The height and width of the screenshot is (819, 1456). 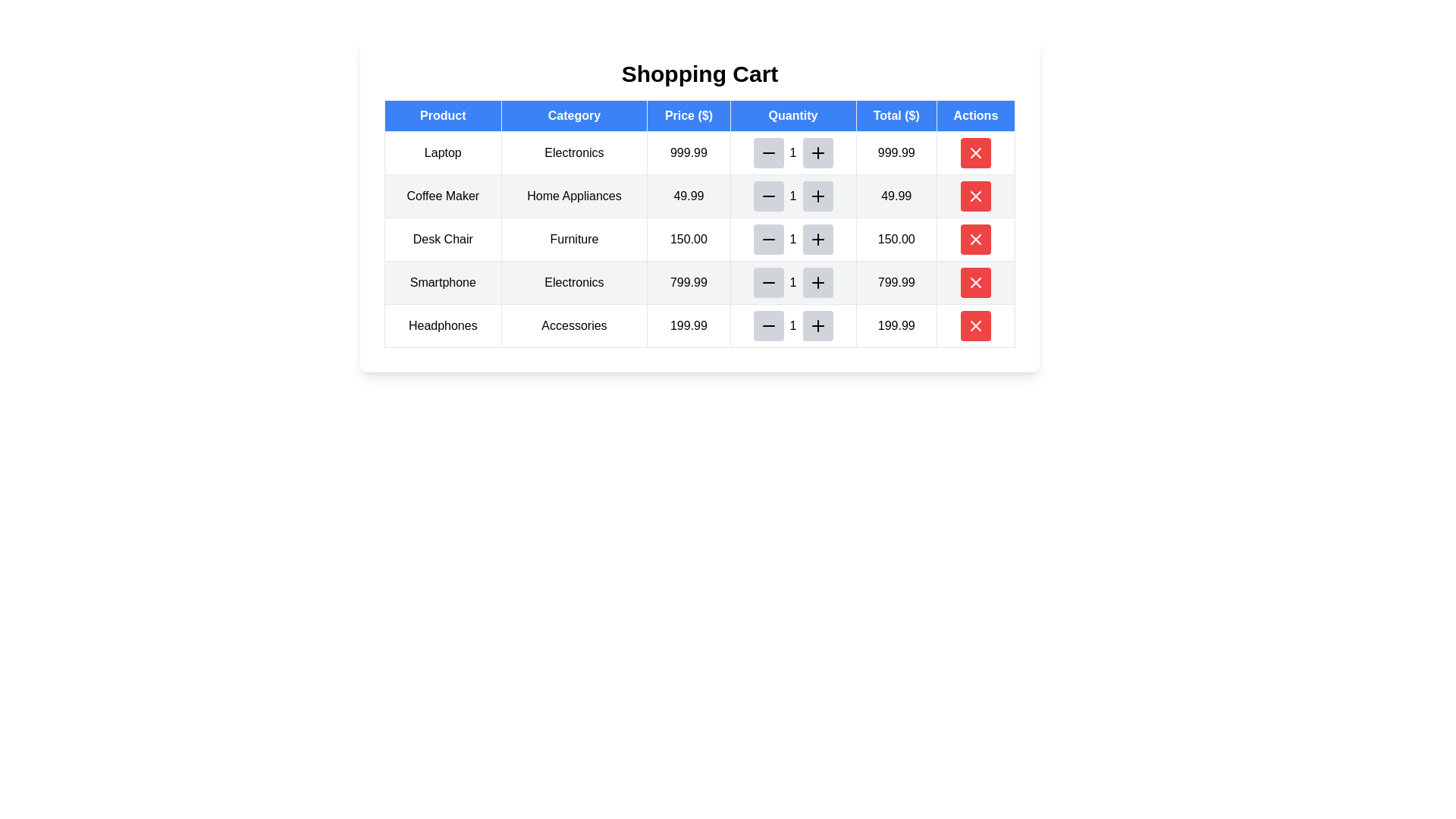 I want to click on the third row of the shopping cart table containing the product 'Desk Chair', category 'Furniture', and price '150.00', so click(x=698, y=239).